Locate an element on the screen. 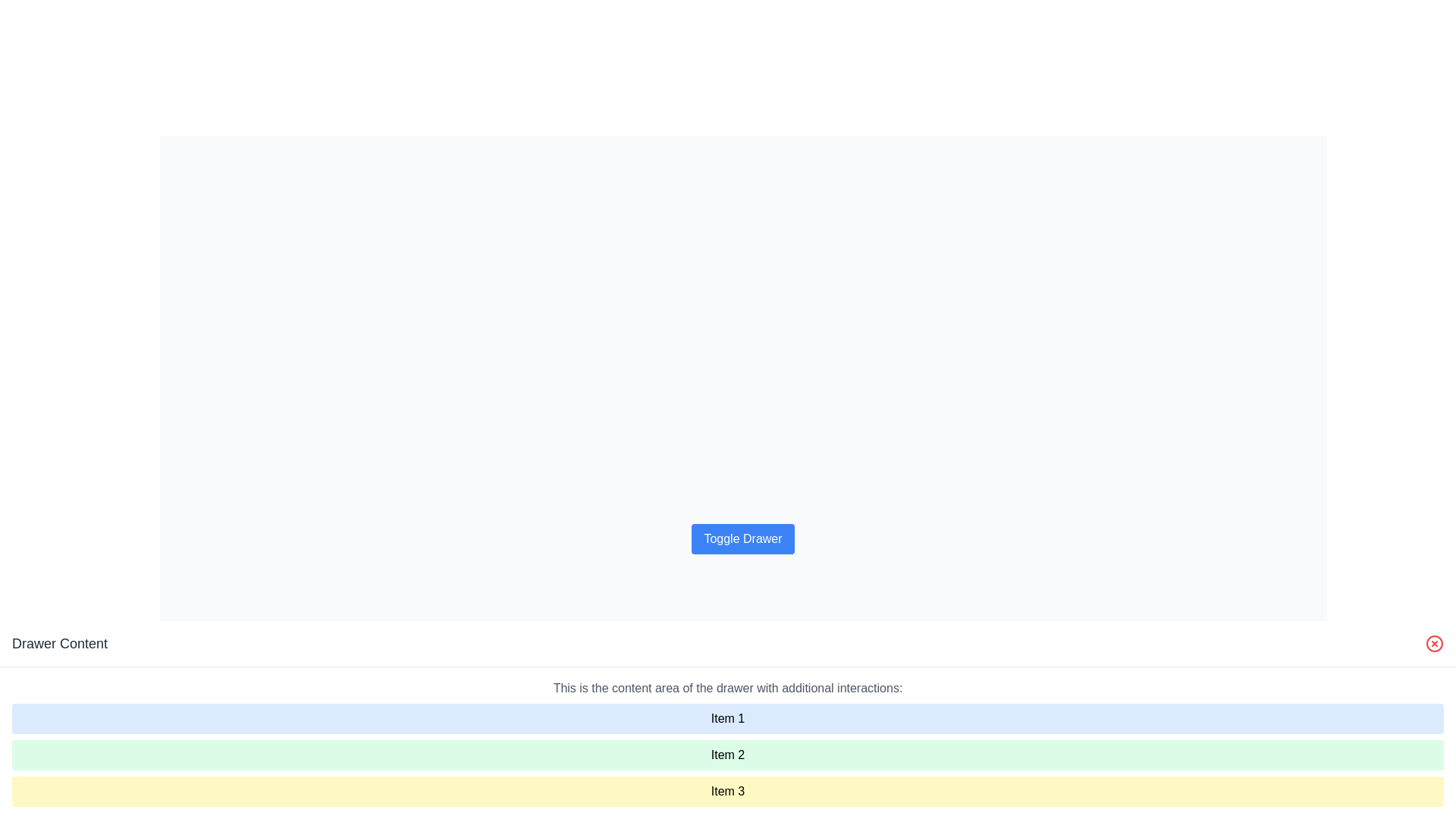  the introductory Text element located at the top of the drawer section, above the listed items is located at coordinates (728, 688).